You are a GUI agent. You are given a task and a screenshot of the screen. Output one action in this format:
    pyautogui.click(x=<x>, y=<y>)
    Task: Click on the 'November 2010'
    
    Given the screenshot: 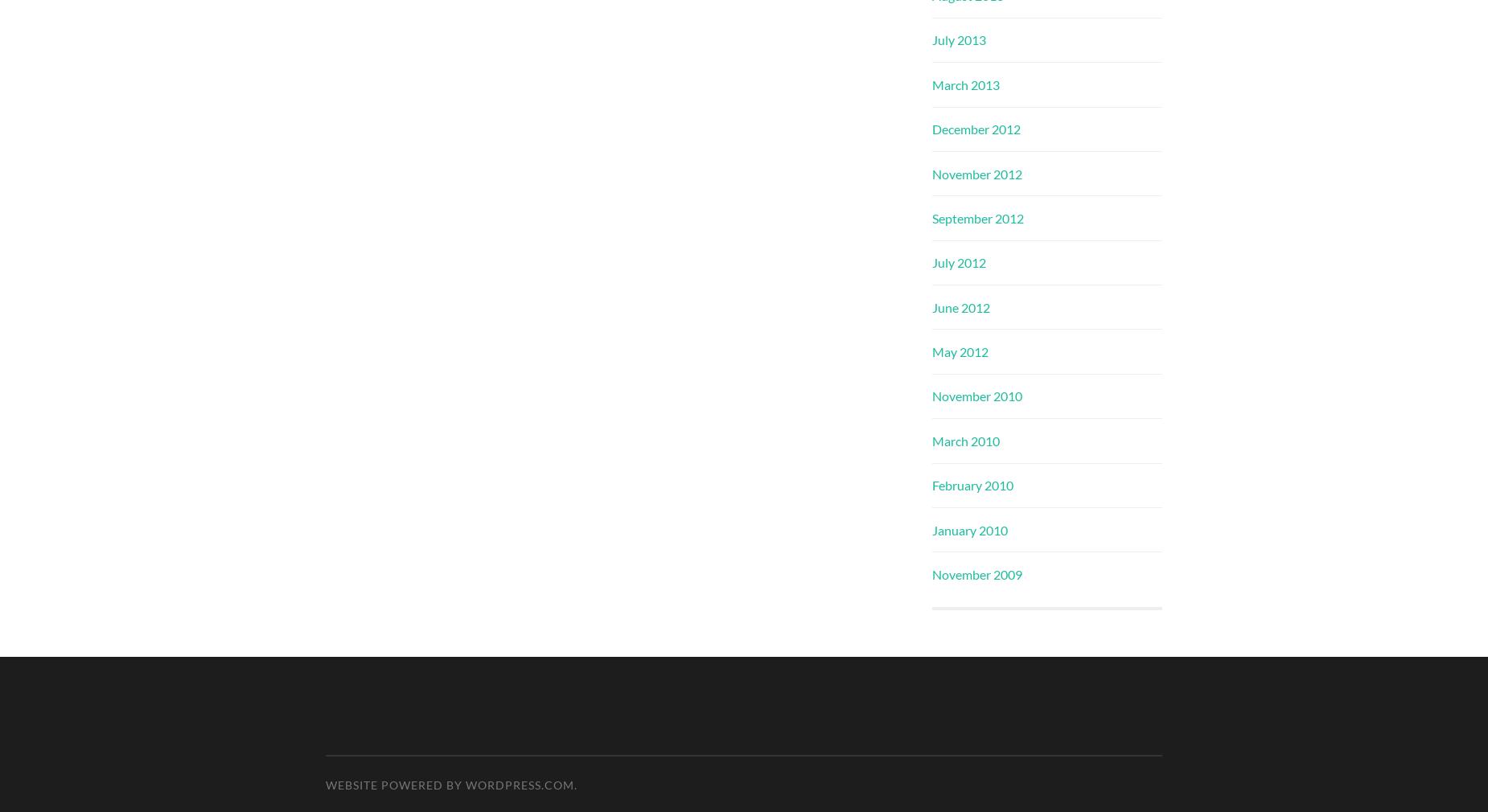 What is the action you would take?
    pyautogui.click(x=976, y=396)
    